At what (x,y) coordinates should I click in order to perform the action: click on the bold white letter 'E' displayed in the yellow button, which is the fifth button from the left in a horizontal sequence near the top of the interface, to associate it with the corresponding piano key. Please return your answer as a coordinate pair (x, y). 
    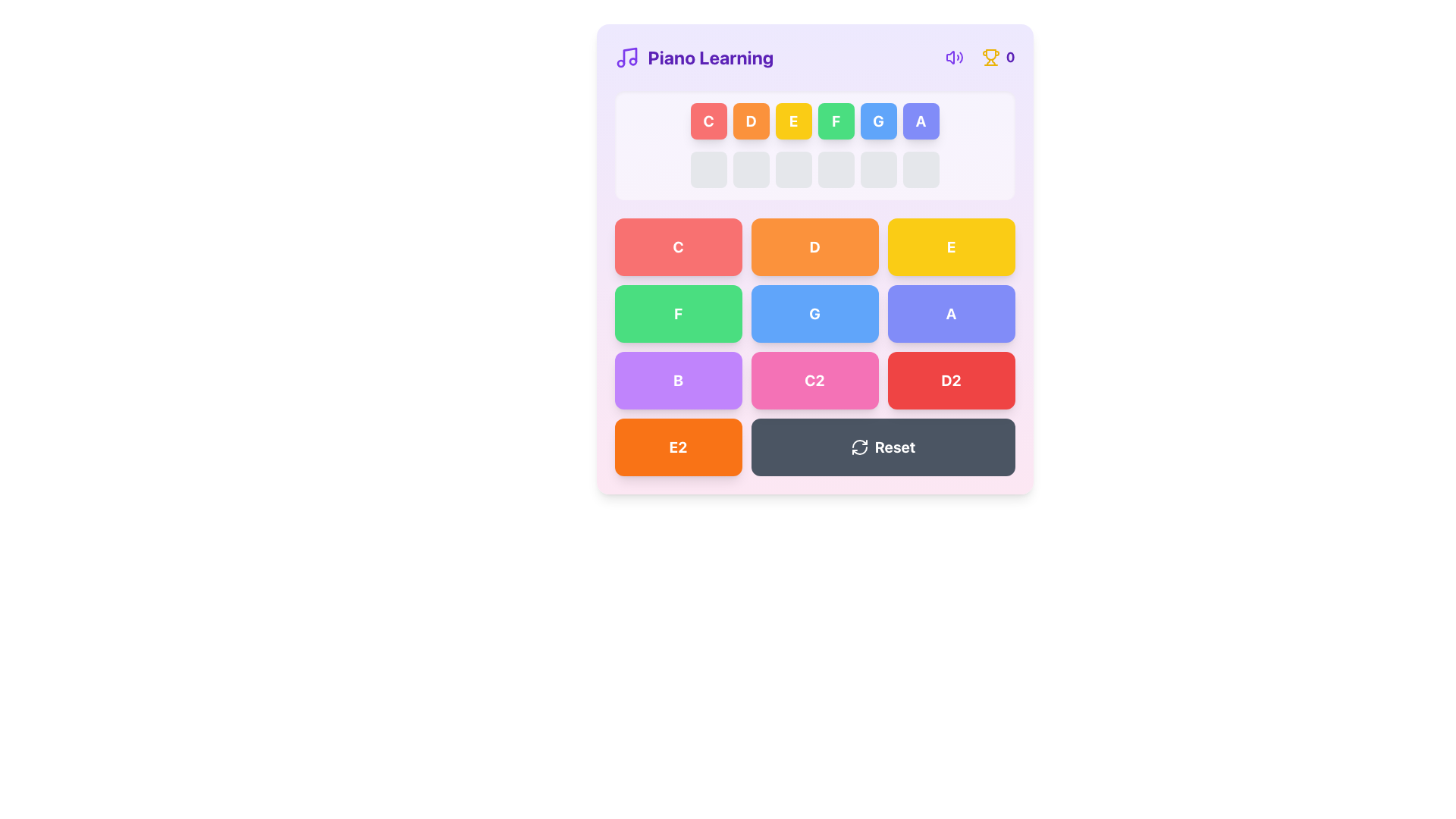
    Looking at the image, I should click on (792, 120).